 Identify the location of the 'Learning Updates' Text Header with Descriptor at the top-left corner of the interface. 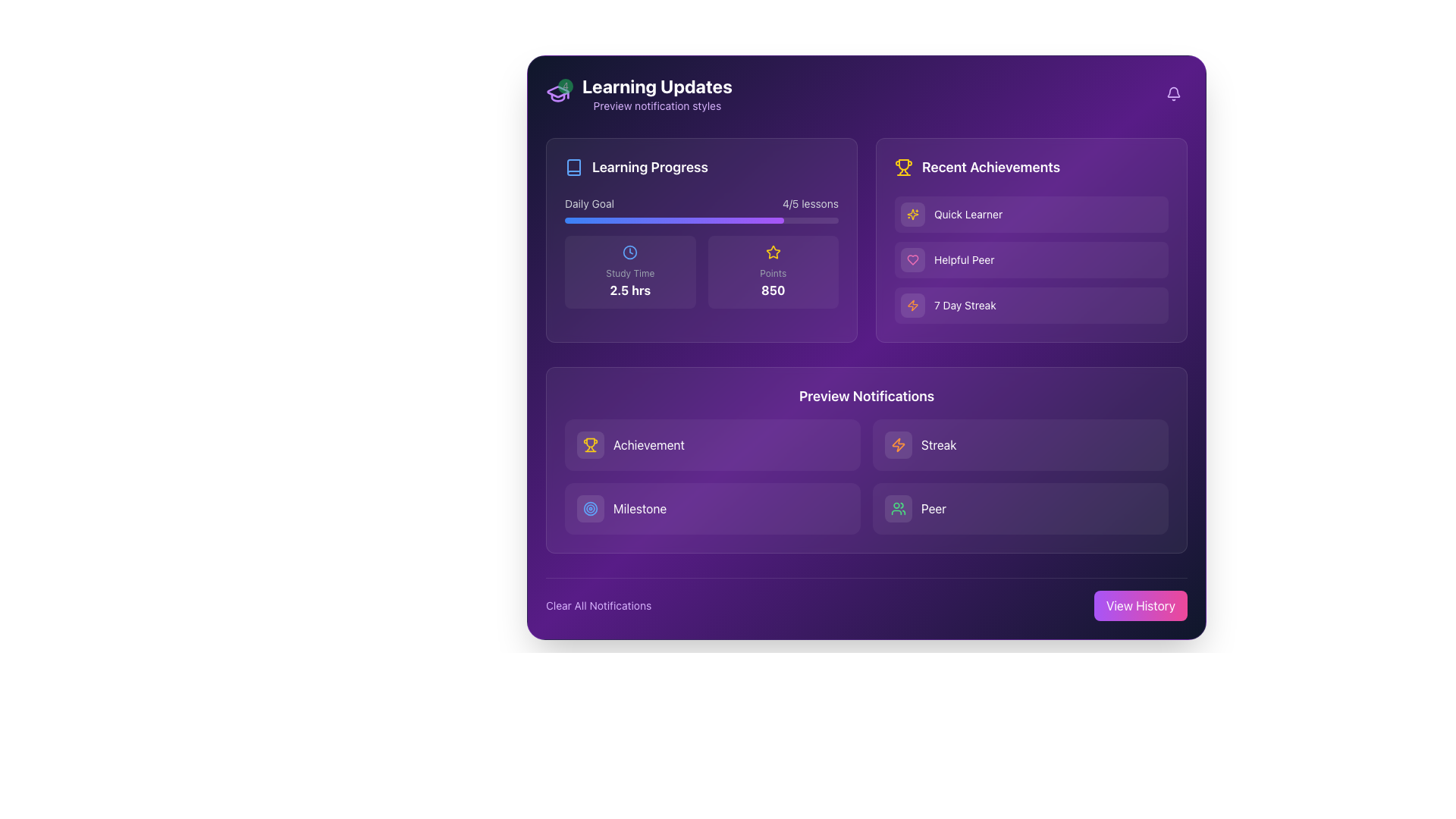
(657, 93).